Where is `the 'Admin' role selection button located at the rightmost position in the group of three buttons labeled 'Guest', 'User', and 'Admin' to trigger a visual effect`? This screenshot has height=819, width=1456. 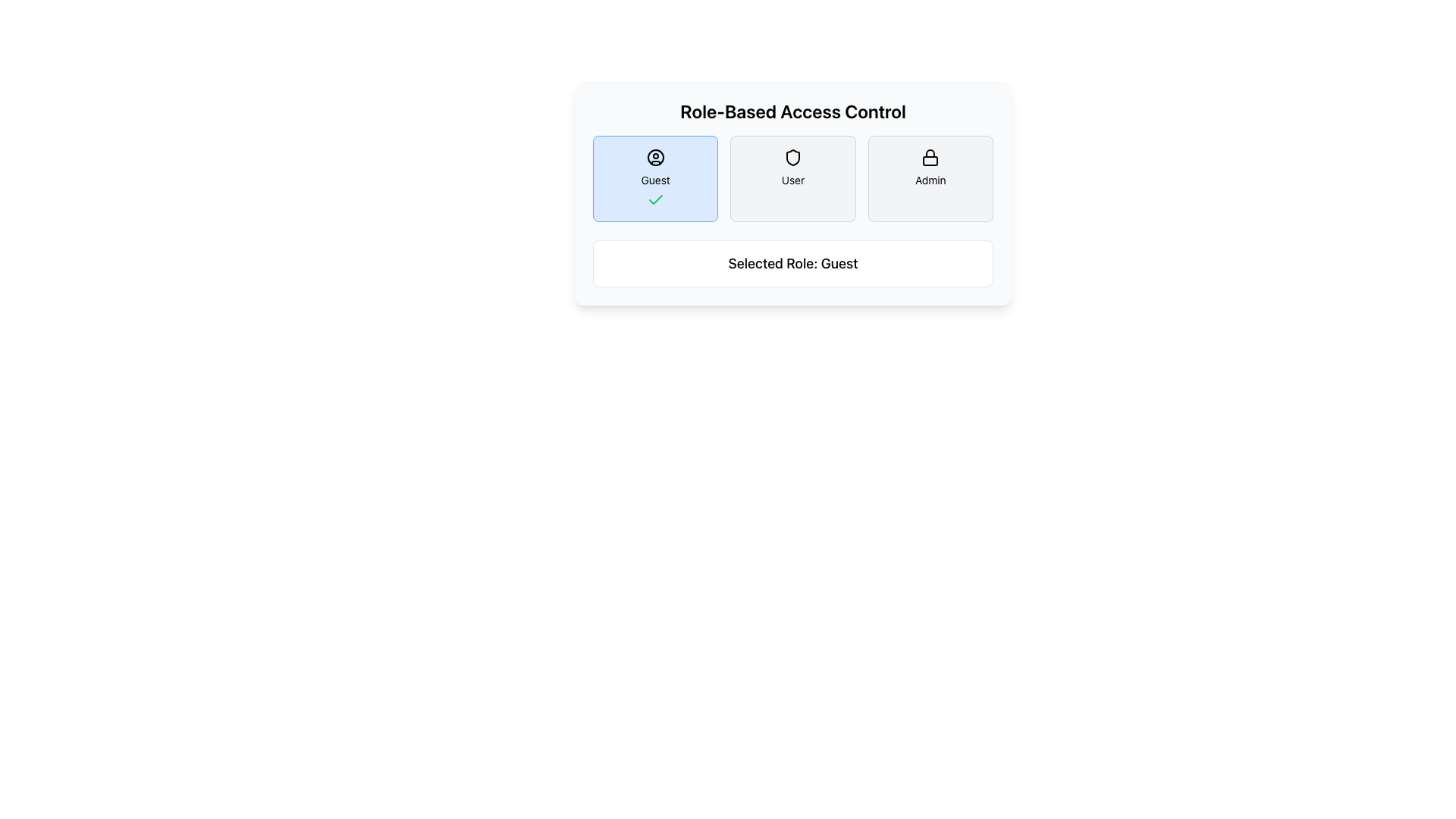
the 'Admin' role selection button located at the rightmost position in the group of three buttons labeled 'Guest', 'User', and 'Admin' to trigger a visual effect is located at coordinates (930, 177).